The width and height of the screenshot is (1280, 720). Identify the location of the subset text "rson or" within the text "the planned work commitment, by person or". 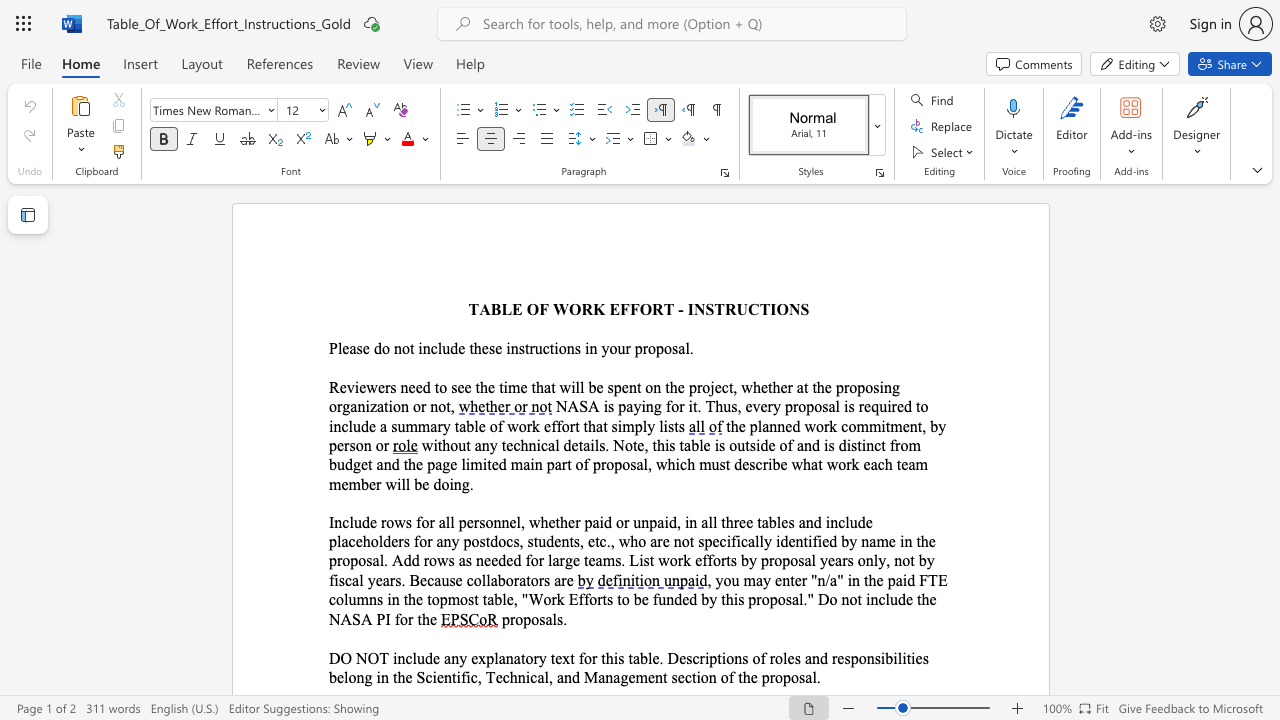
(344, 444).